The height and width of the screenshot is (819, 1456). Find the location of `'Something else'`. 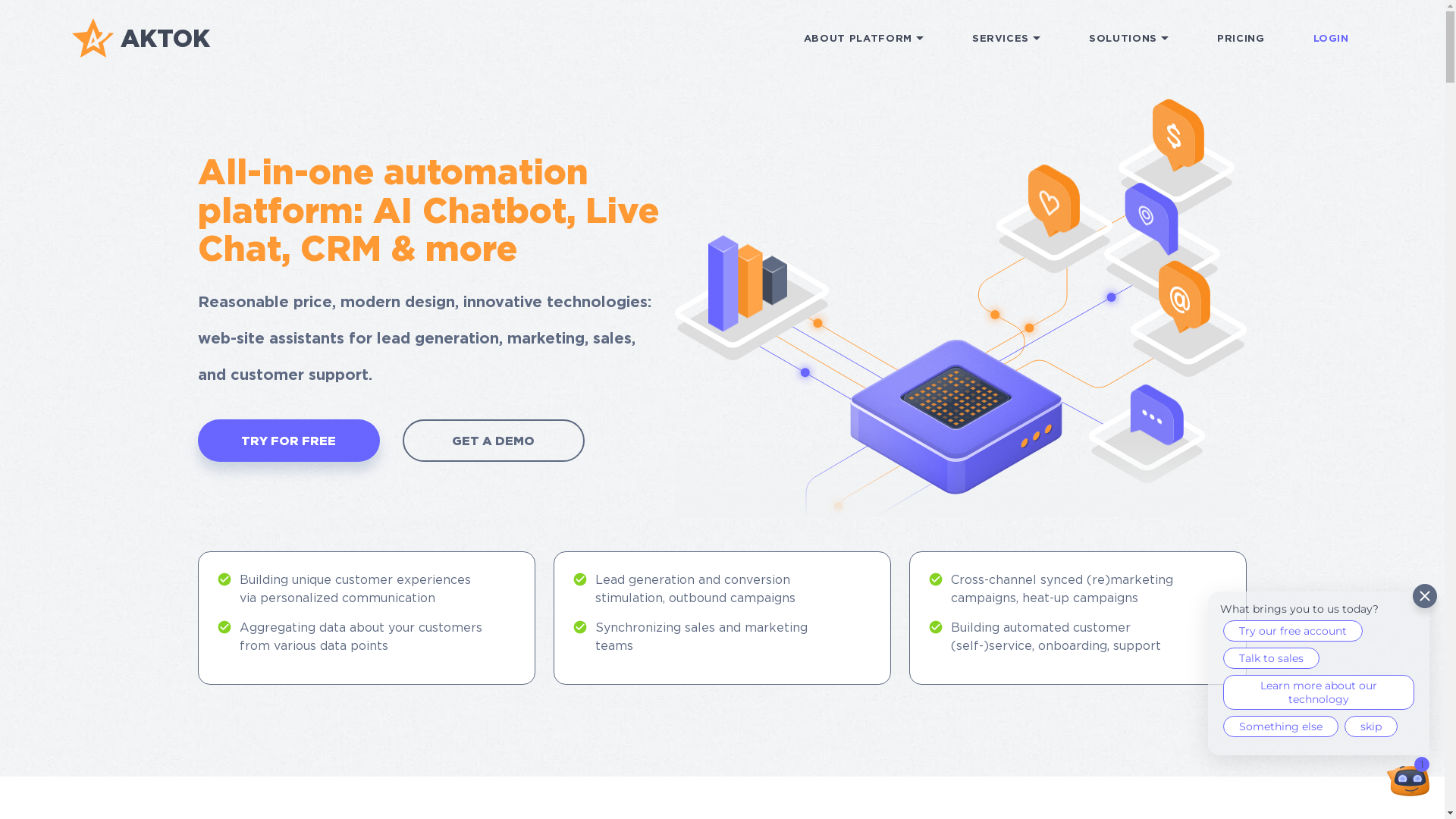

'Something else' is located at coordinates (1280, 725).